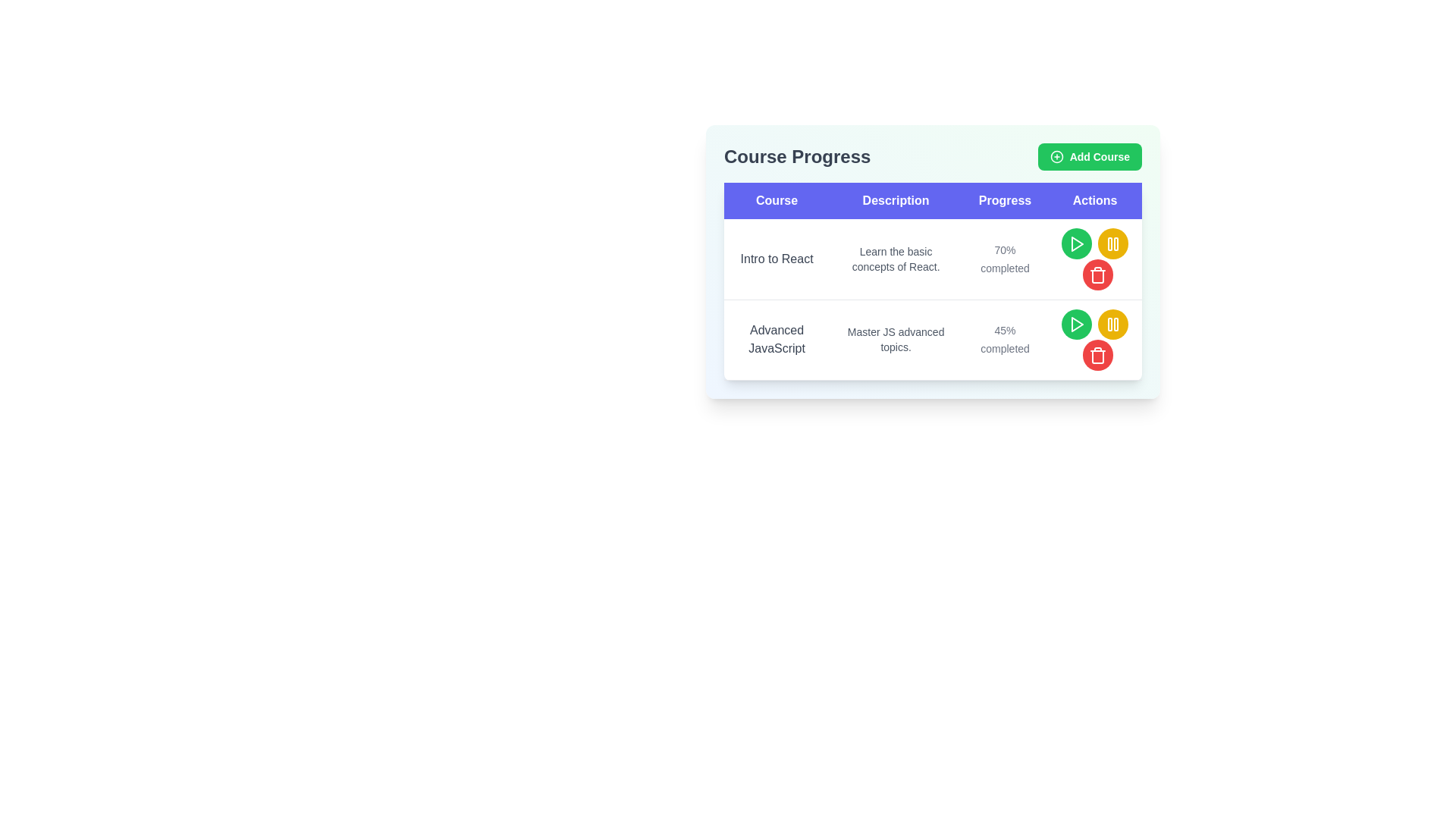 The width and height of the screenshot is (1456, 819). What do you see at coordinates (1004, 200) in the screenshot?
I see `the 'Progress' label, which is the third button from the left in a row of four buttons labeled 'Course', 'Description', 'Progress', and 'Actions'` at bounding box center [1004, 200].